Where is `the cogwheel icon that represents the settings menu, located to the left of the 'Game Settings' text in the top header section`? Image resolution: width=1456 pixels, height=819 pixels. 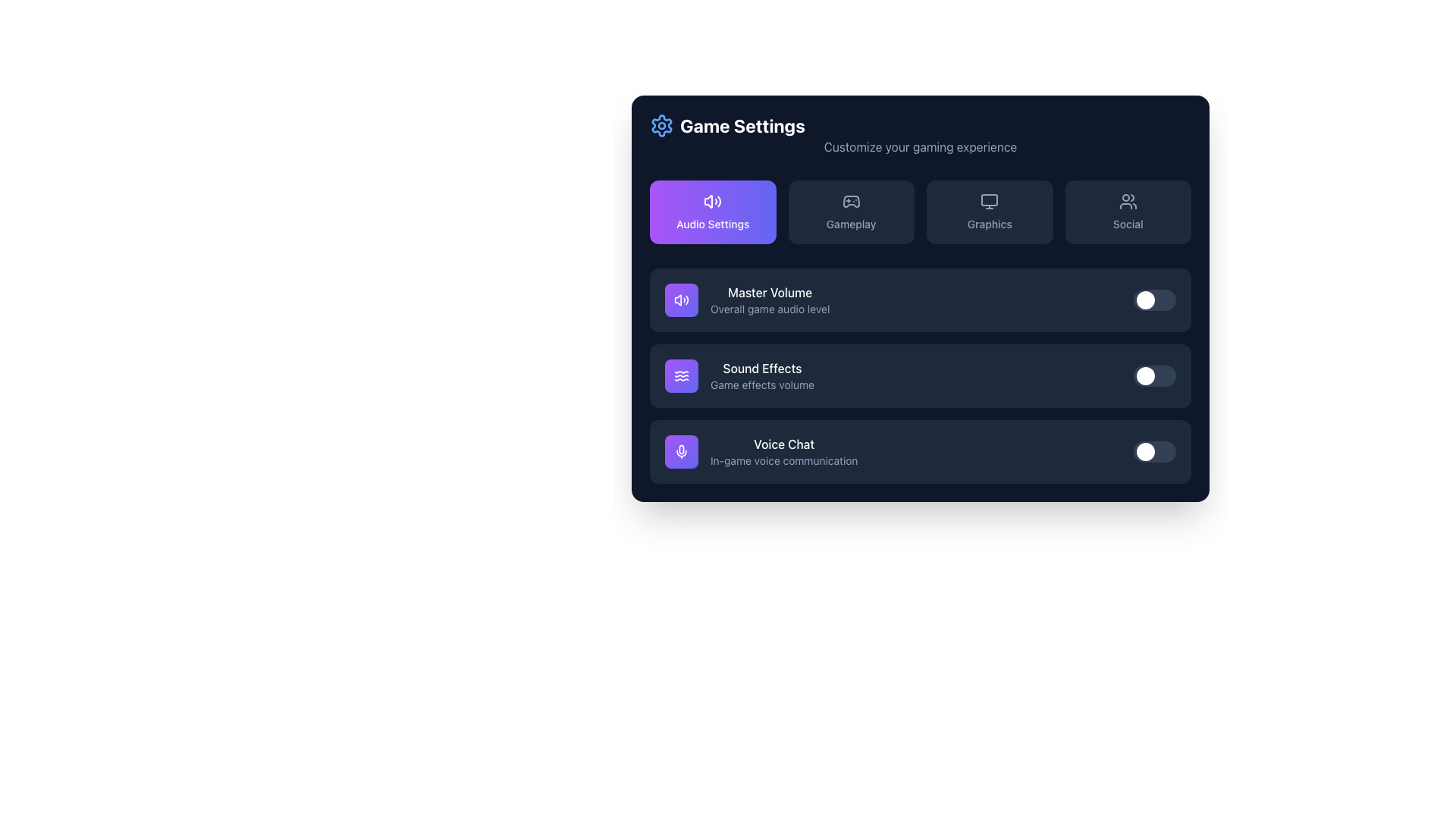 the cogwheel icon that represents the settings menu, located to the left of the 'Game Settings' text in the top header section is located at coordinates (662, 124).